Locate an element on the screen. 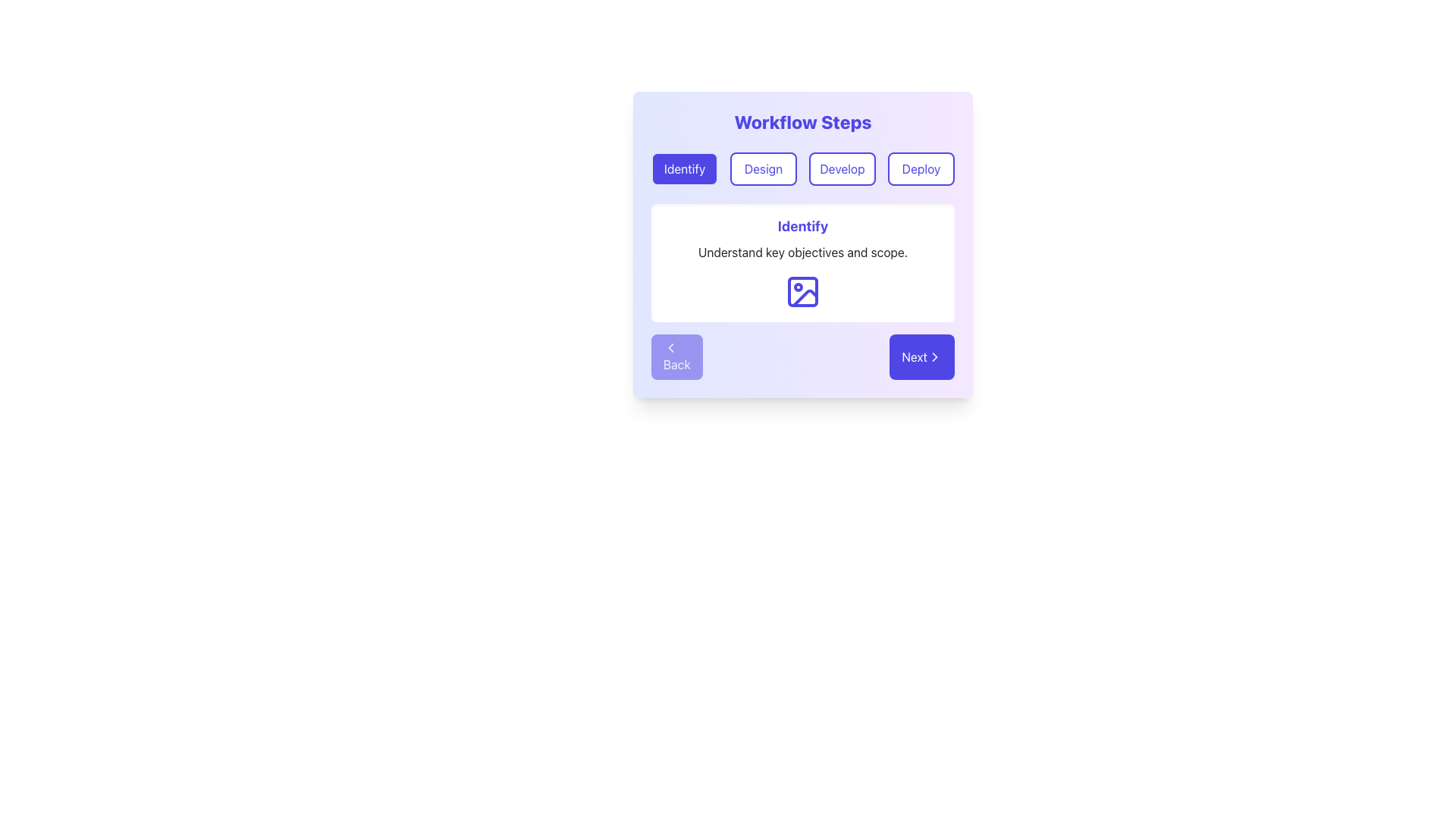 Image resolution: width=1456 pixels, height=819 pixels. the 'Identify' step button in the workflow process is located at coordinates (683, 169).